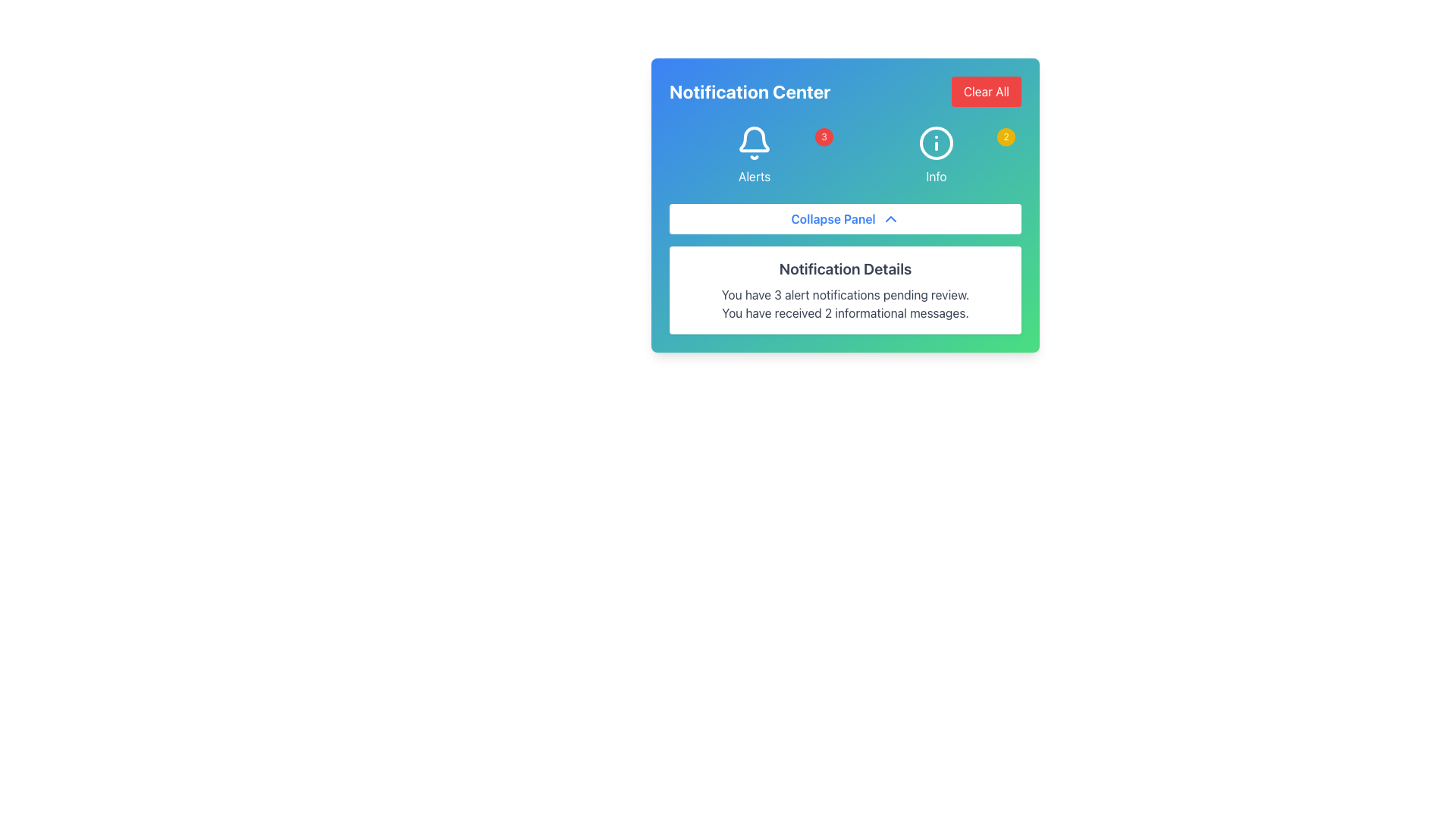  Describe the element at coordinates (844, 312) in the screenshot. I see `text displayed in the notification summary about the receipt of 2 informational messages, located in the Notification Center below the alert notifications pending review` at that location.